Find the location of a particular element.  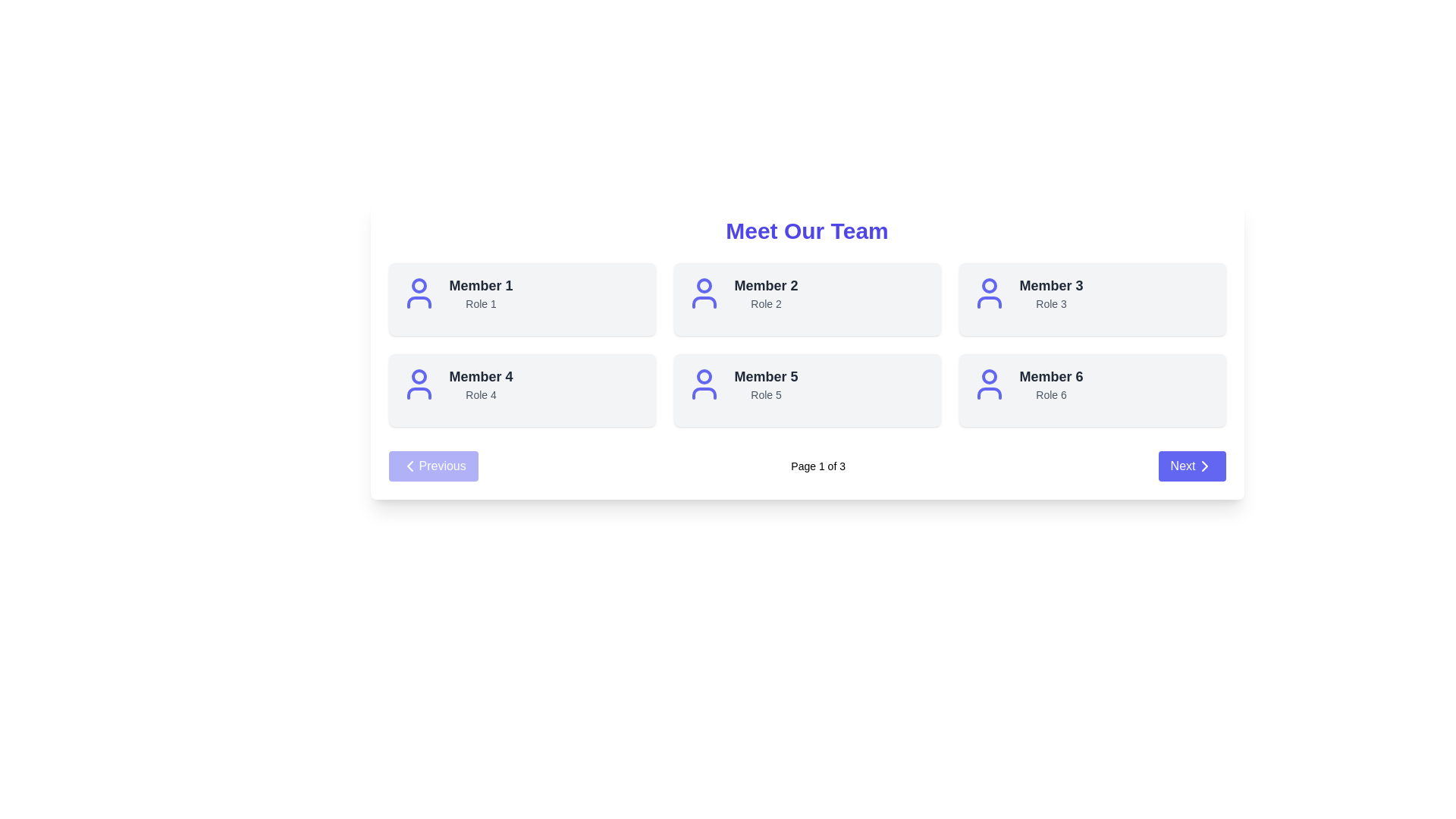

the first Profile Card in the 'Meet Our Team' section is located at coordinates (522, 293).